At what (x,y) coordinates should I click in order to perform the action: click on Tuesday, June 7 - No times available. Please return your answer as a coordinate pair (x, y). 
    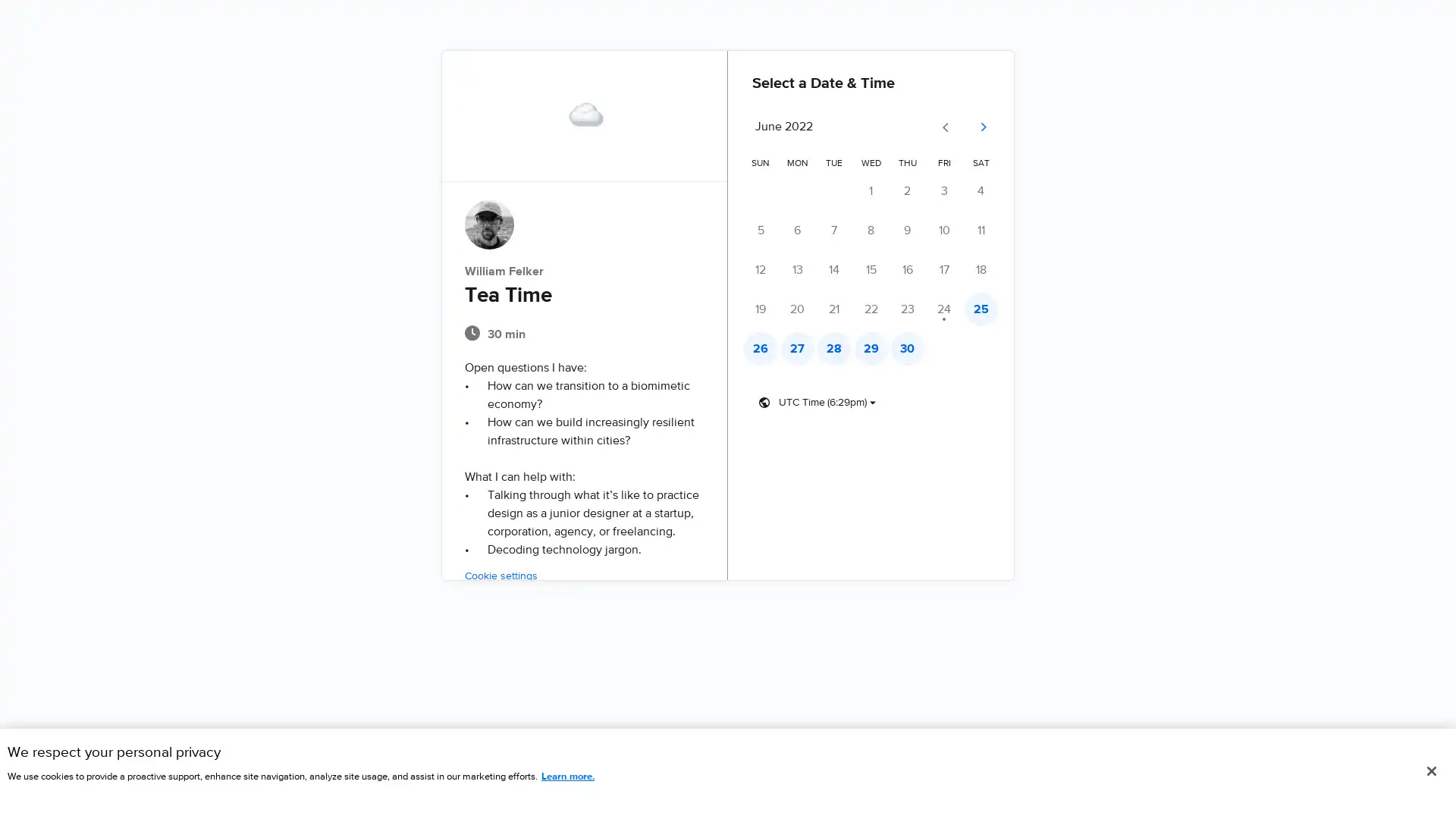
    Looking at the image, I should click on (839, 231).